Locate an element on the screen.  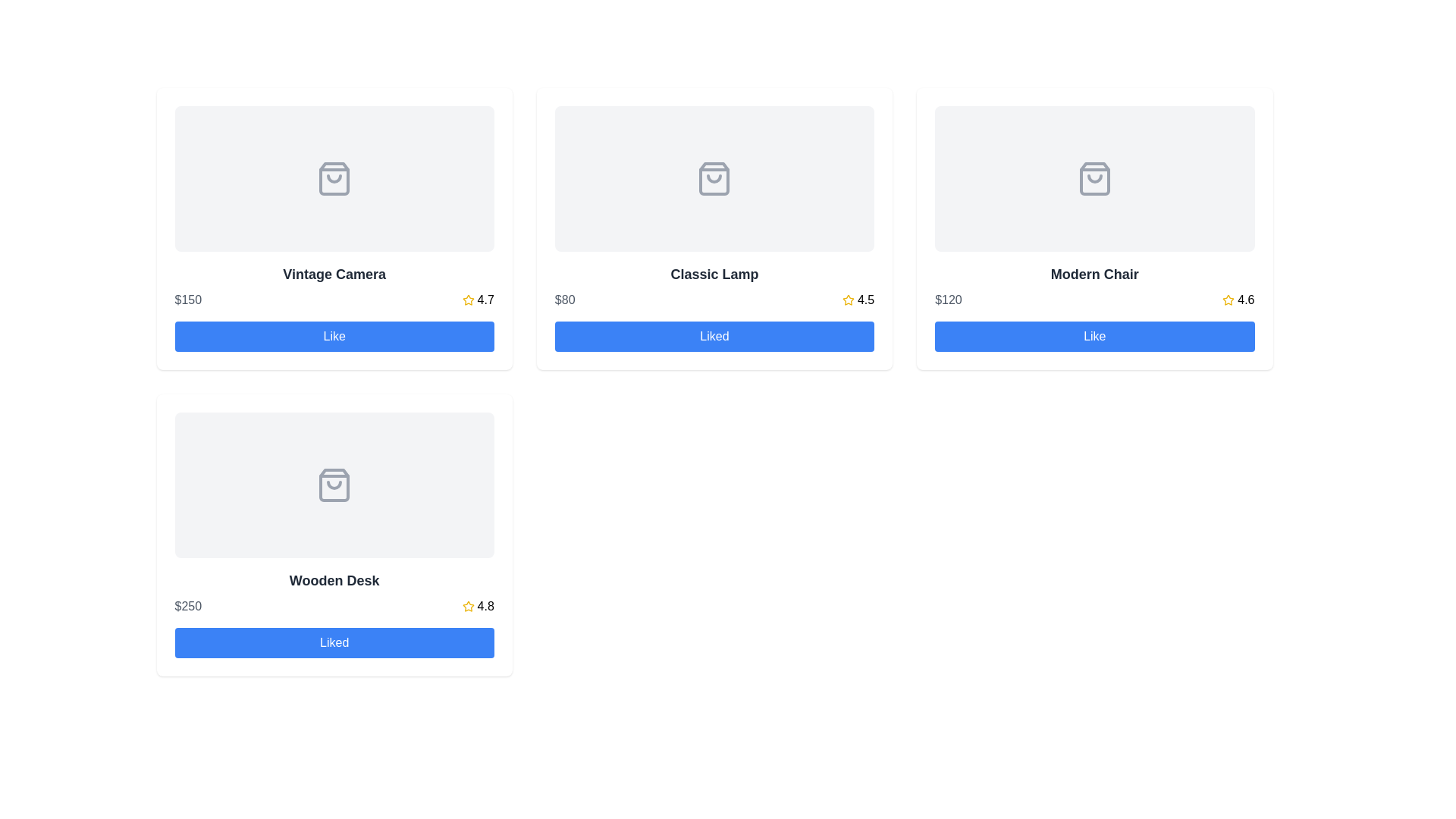
the star rating icon located in the lower-right part of the 'Vintage Camera' card, next to the text displaying '4.7', to interact with the rating system is located at coordinates (467, 300).